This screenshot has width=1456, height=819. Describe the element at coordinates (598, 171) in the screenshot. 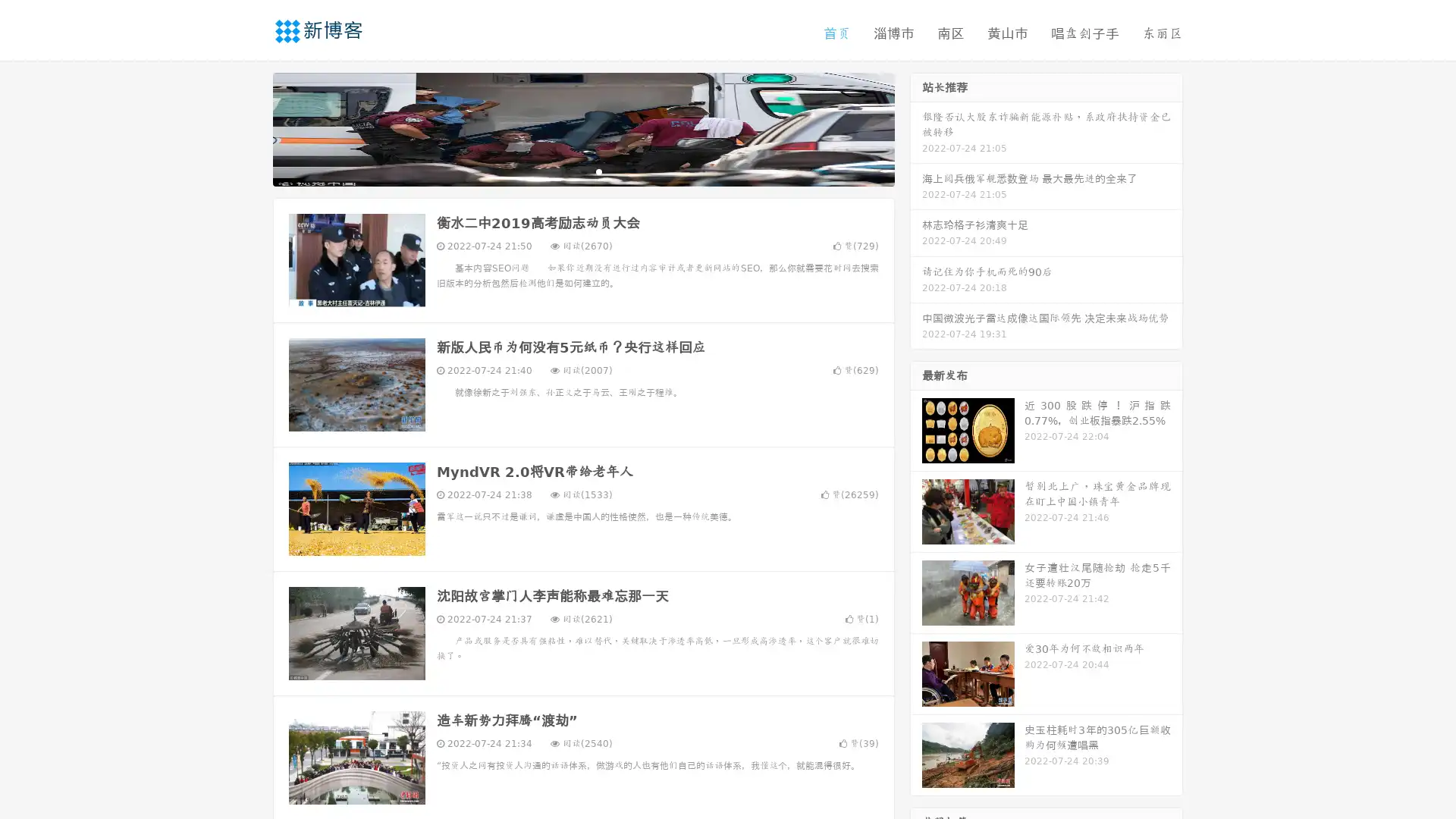

I see `Go to slide 3` at that location.